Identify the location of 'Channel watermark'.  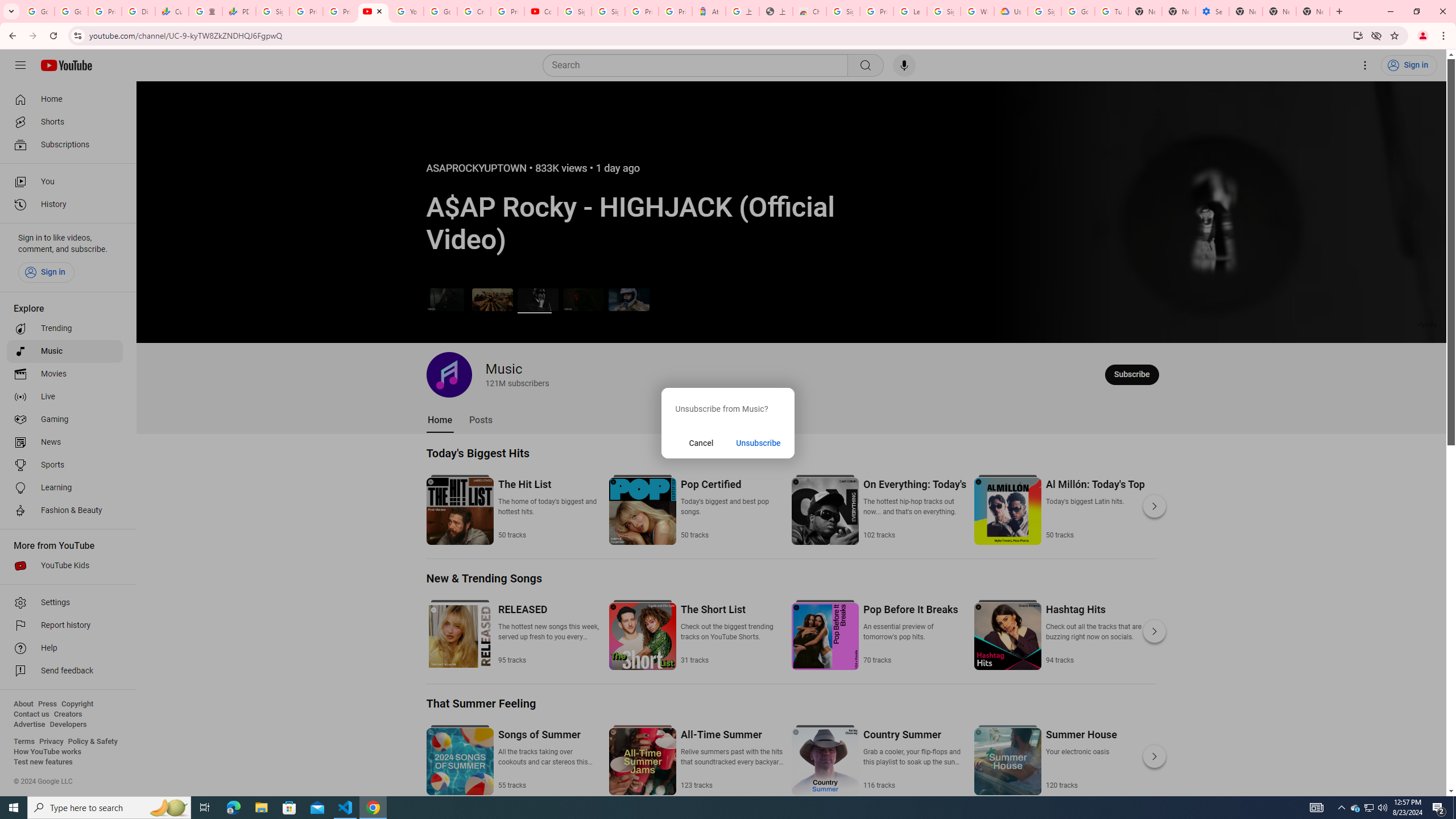
(1428, 324).